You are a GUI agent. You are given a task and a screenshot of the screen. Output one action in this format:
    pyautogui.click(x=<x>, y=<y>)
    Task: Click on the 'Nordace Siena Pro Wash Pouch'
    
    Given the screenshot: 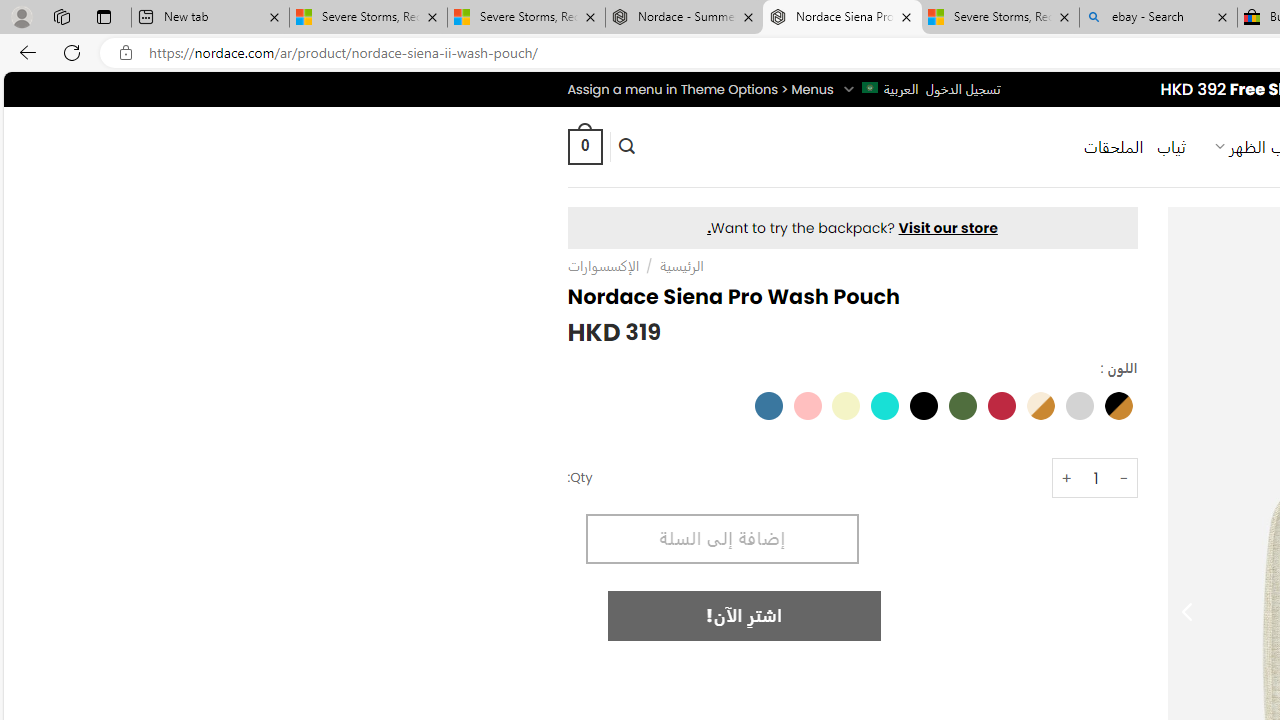 What is the action you would take?
    pyautogui.click(x=842, y=17)
    